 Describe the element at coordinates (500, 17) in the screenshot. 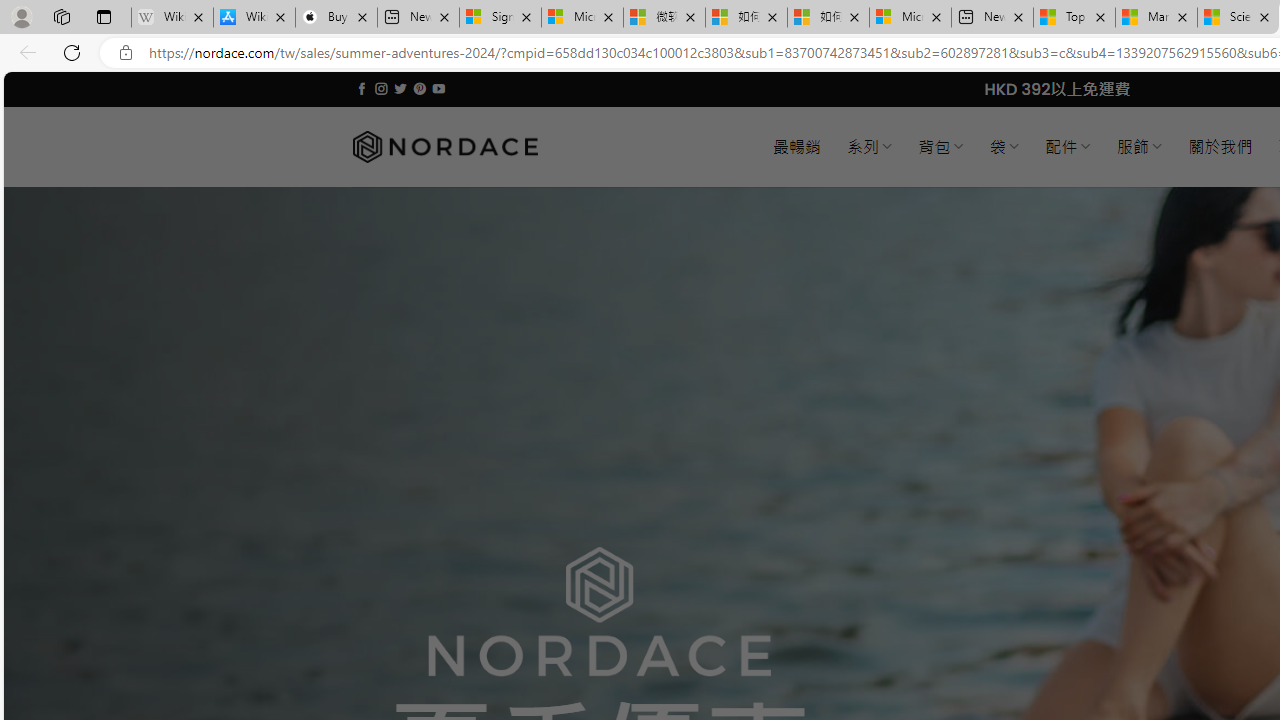

I see `'Sign in to your Microsoft account'` at that location.